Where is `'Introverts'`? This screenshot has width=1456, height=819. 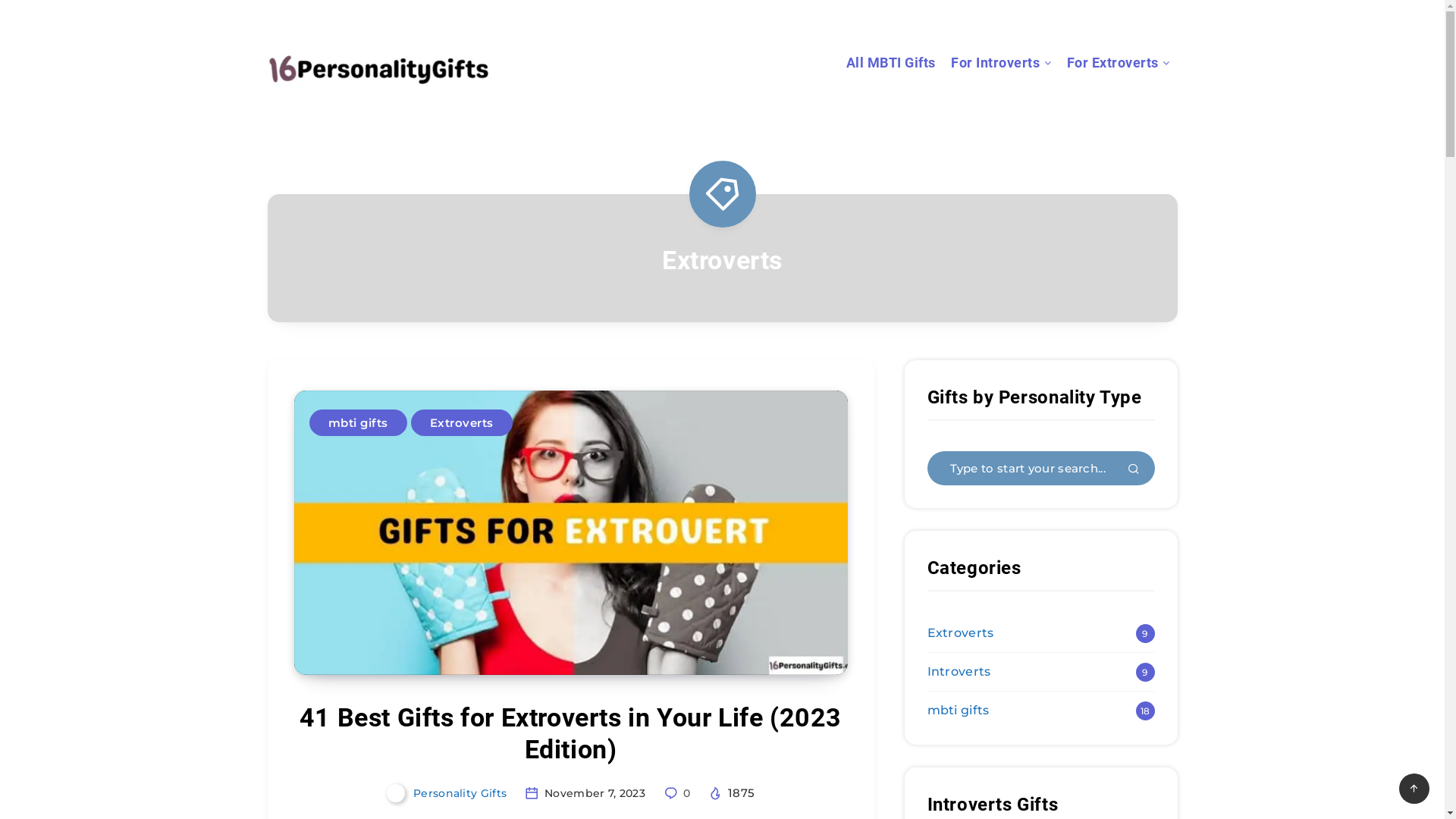 'Introverts' is located at coordinates (957, 671).